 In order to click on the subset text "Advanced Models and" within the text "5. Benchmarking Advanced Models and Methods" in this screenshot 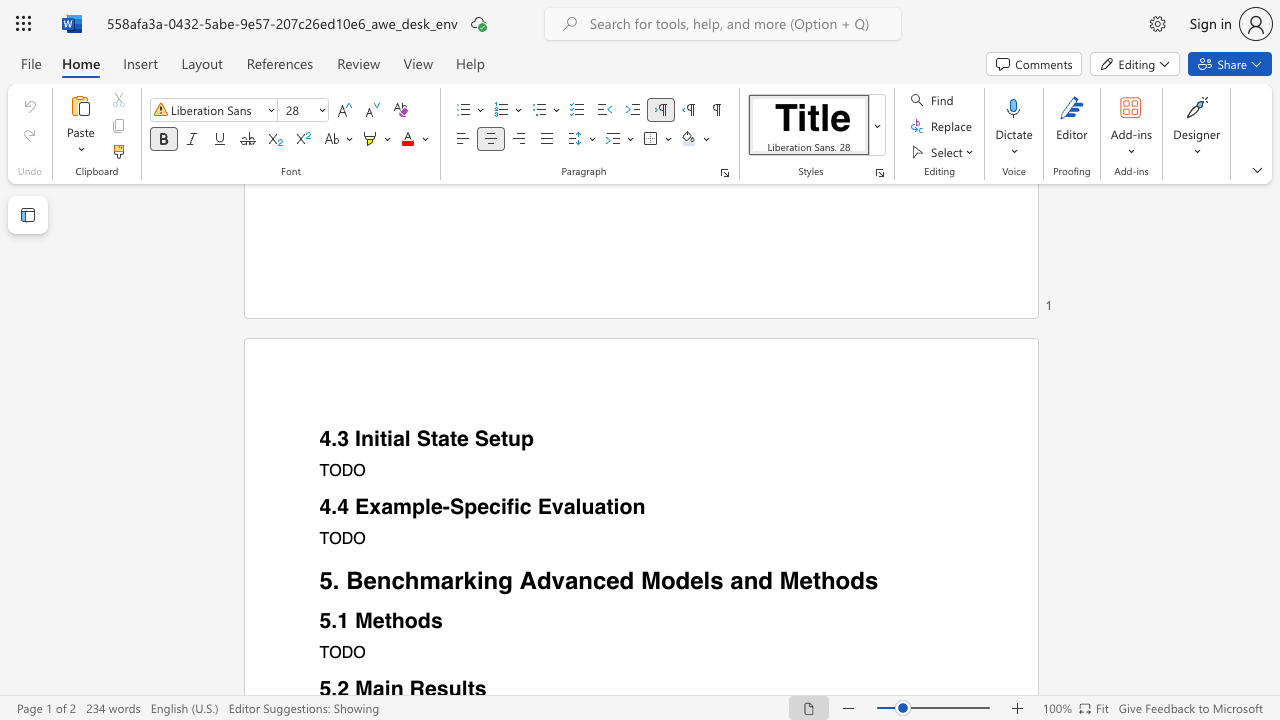, I will do `click(519, 580)`.